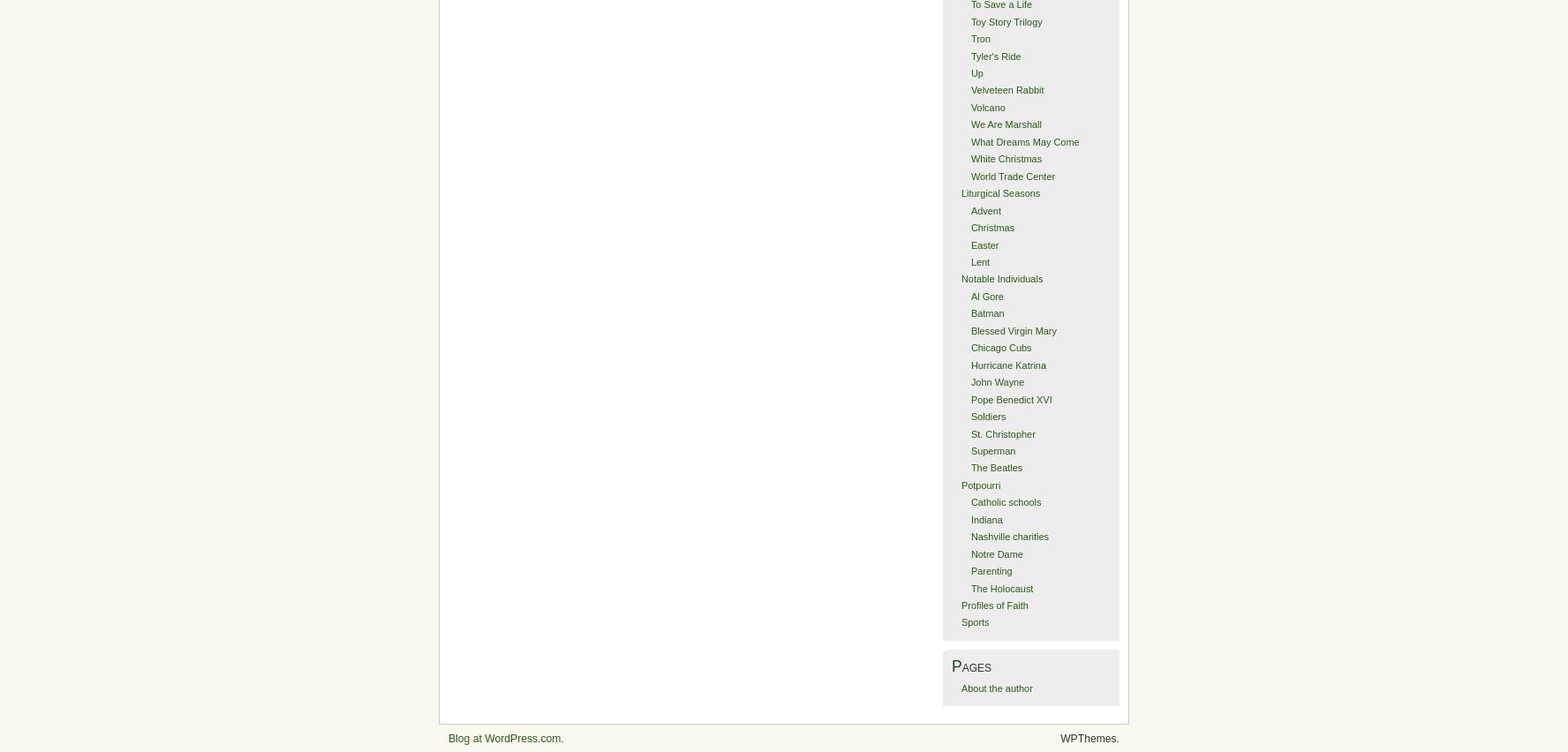 The height and width of the screenshot is (752, 1568). What do you see at coordinates (985, 208) in the screenshot?
I see `'Advent'` at bounding box center [985, 208].